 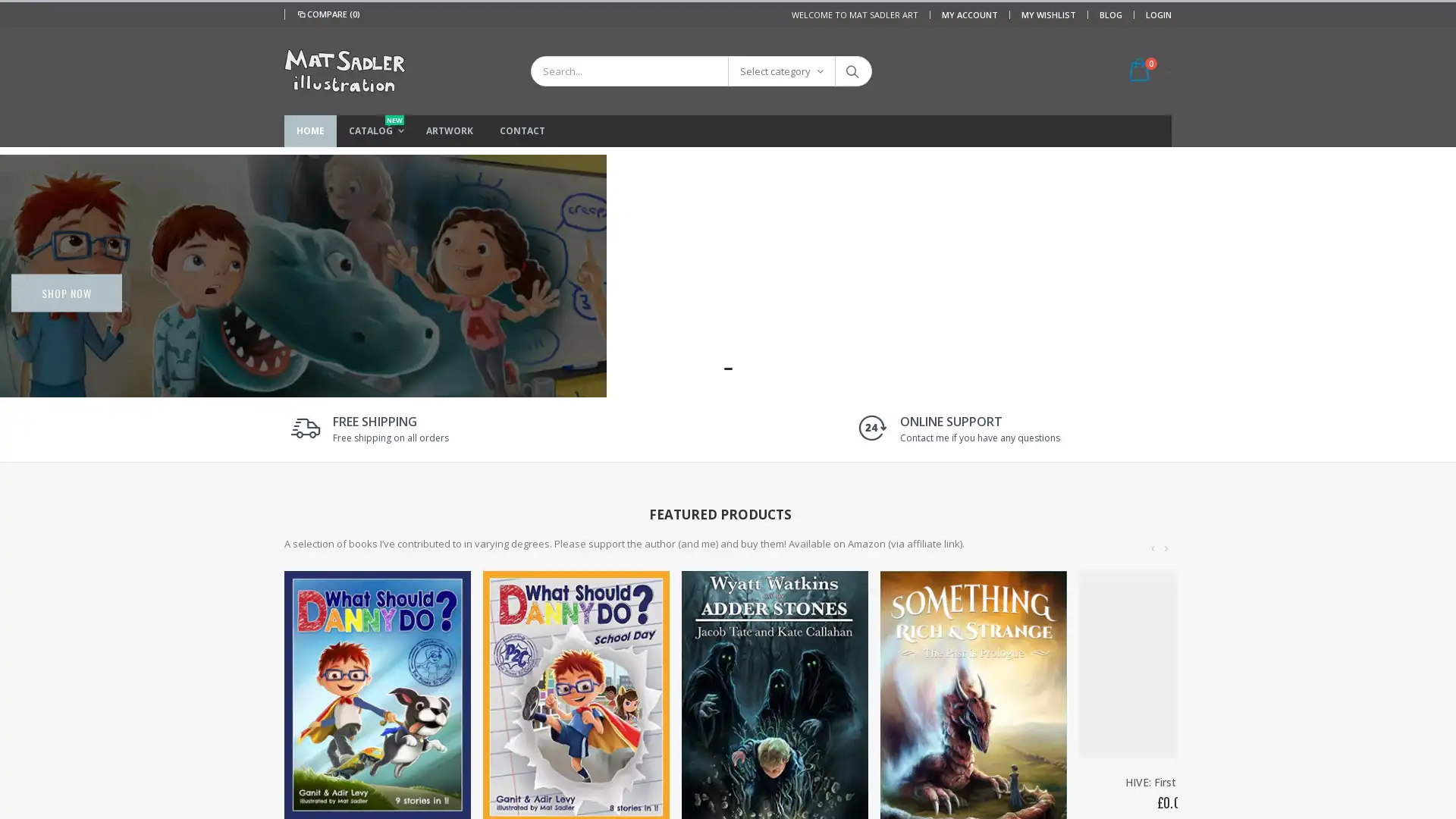 I want to click on Search, so click(x=852, y=70).